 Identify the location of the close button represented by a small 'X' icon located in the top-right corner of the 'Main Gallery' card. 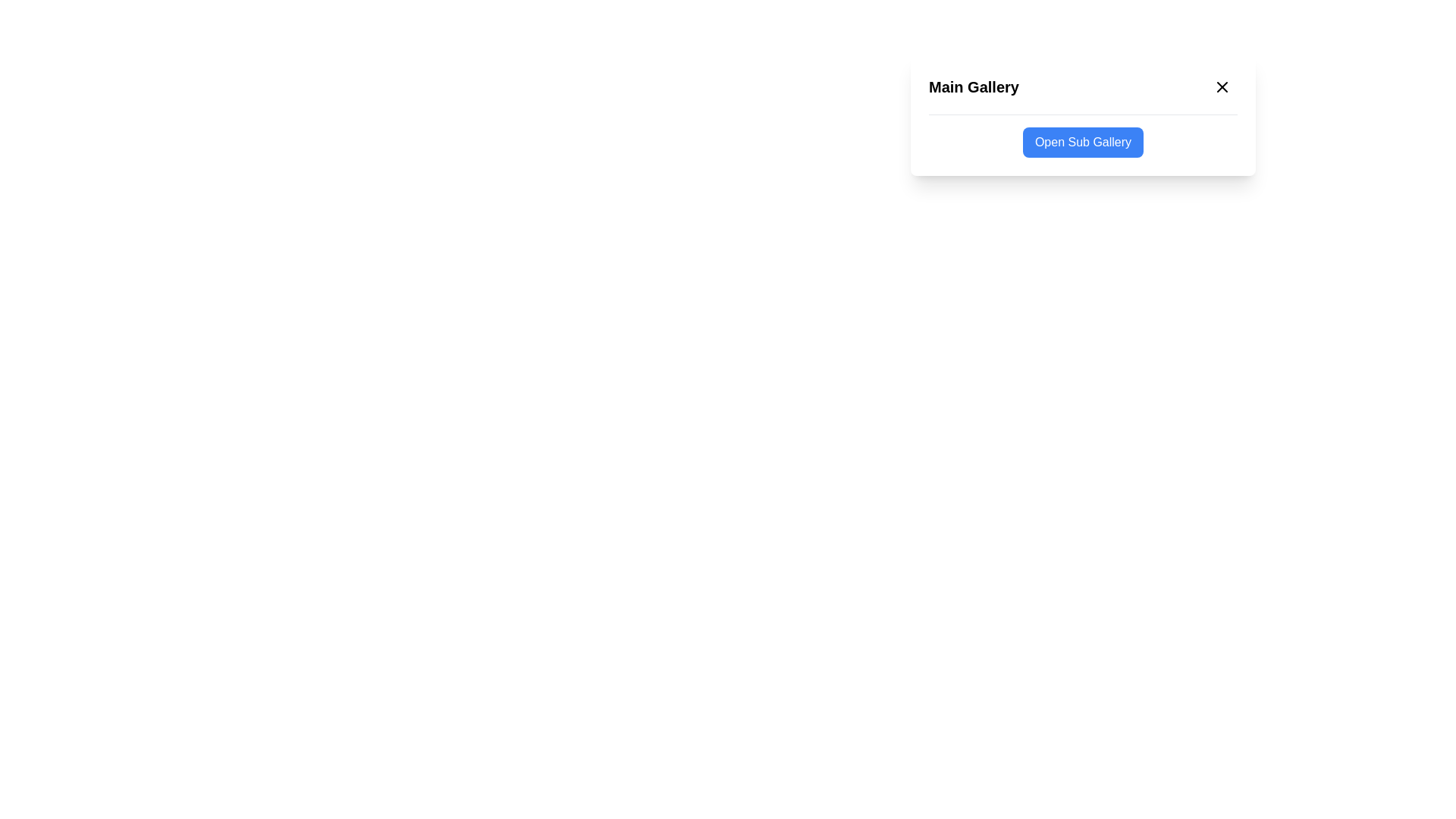
(1222, 87).